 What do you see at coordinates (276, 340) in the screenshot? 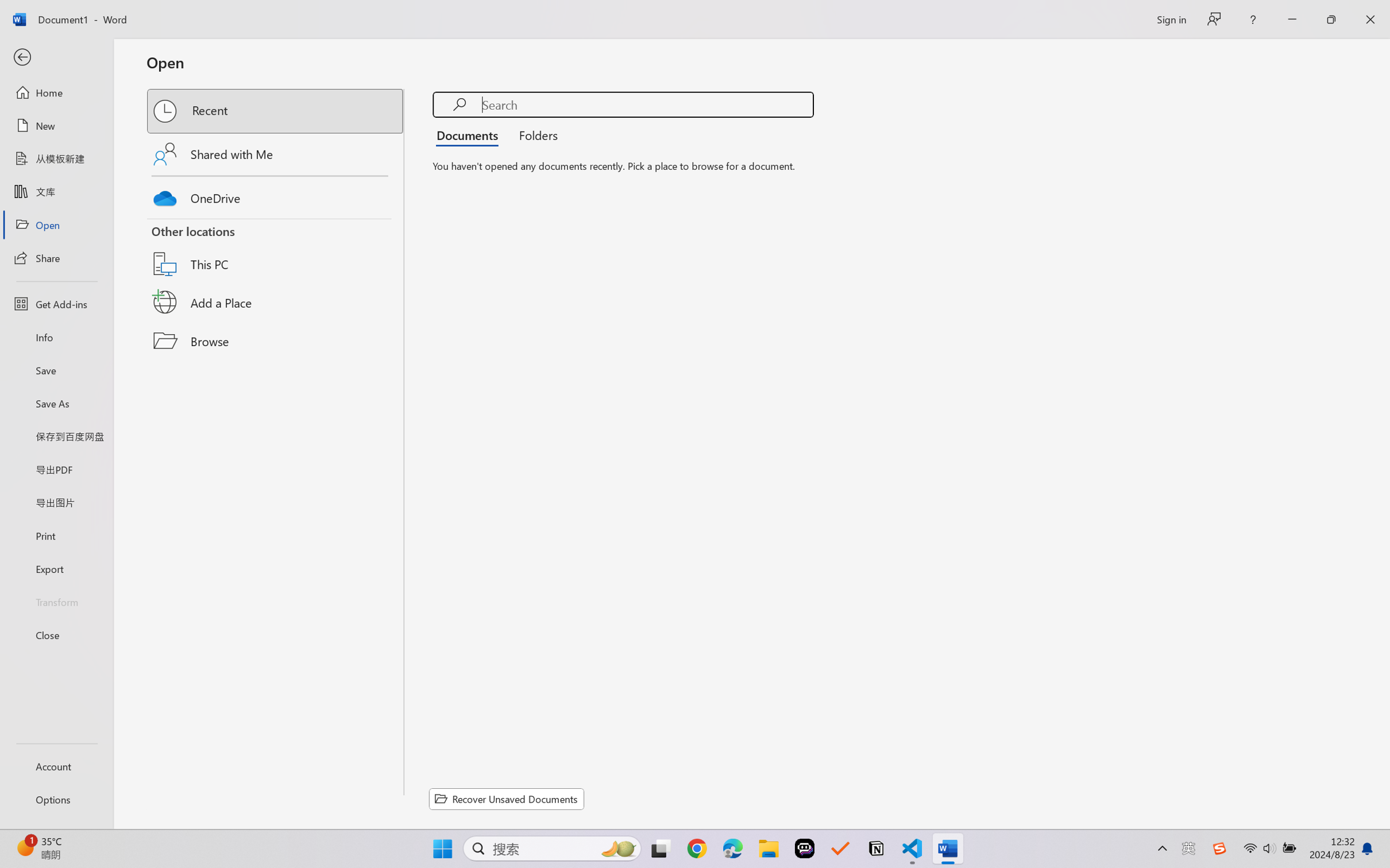
I see `'Browse'` at bounding box center [276, 340].